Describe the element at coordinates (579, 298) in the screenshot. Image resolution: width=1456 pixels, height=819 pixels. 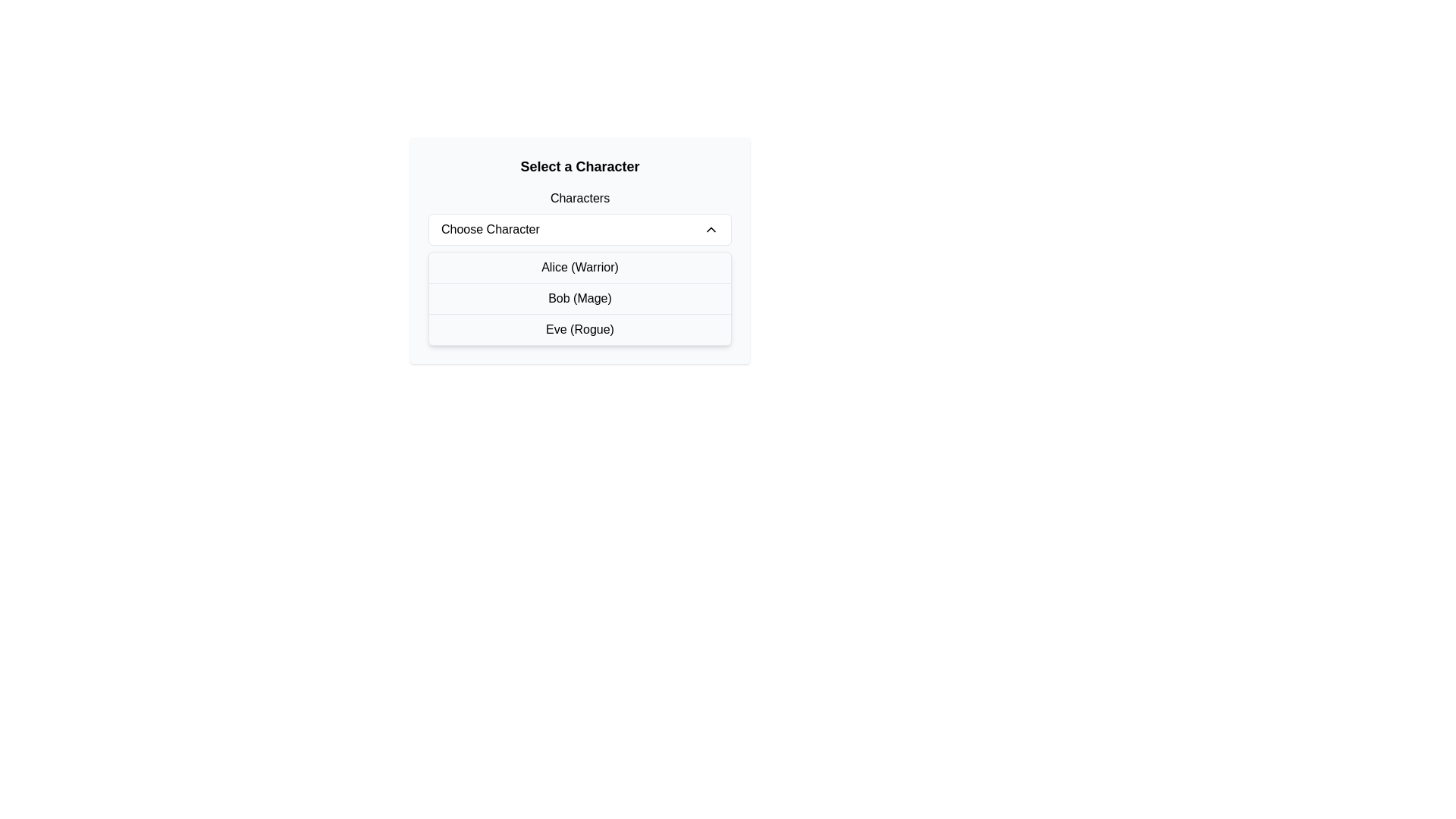
I see `text displayed for the character option 'Bob (Mage)' in the character selection menu, which is the second option in the list under the 'Select a Character' header` at that location.